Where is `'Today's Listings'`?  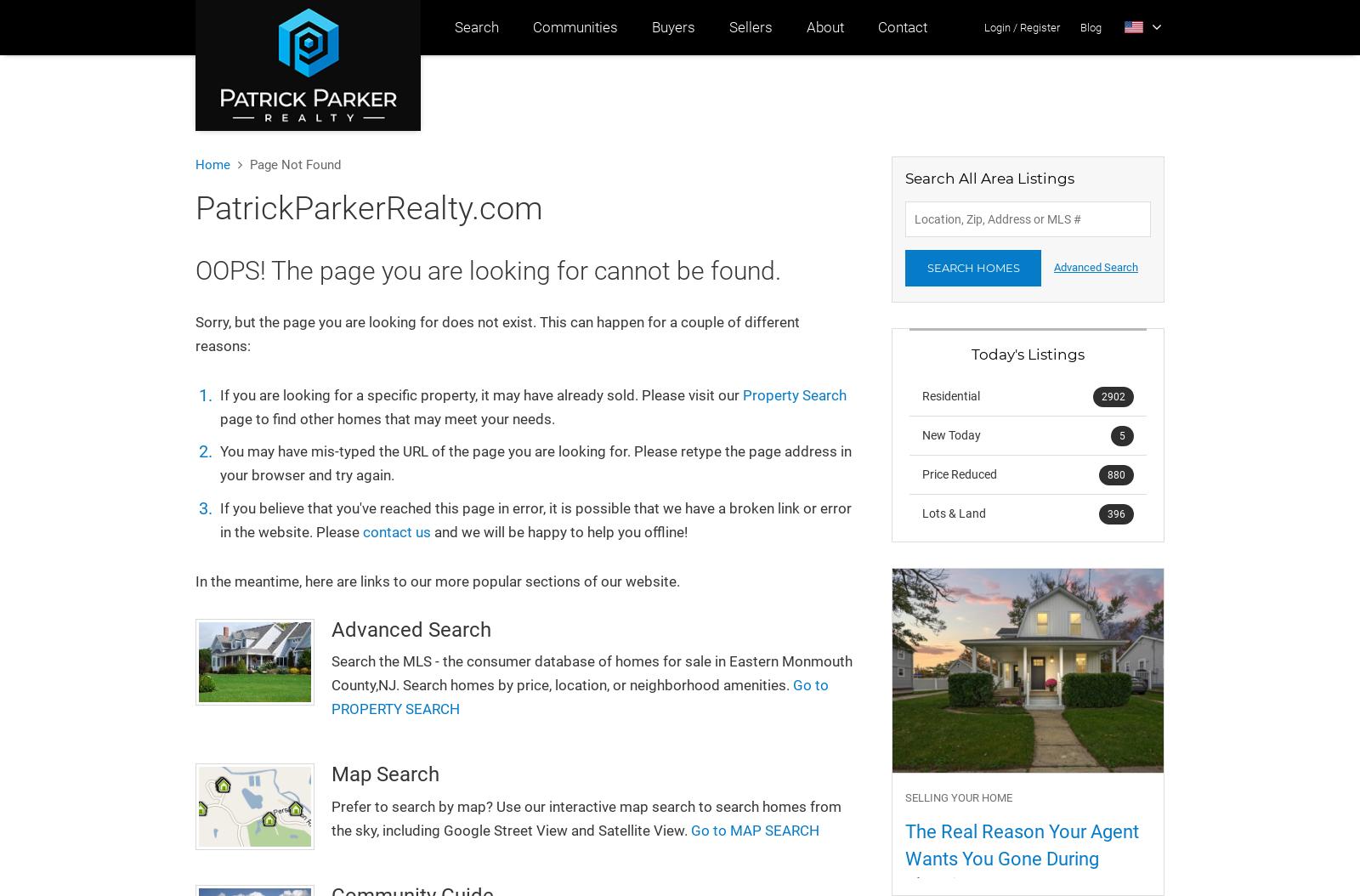 'Today's Listings' is located at coordinates (1027, 353).